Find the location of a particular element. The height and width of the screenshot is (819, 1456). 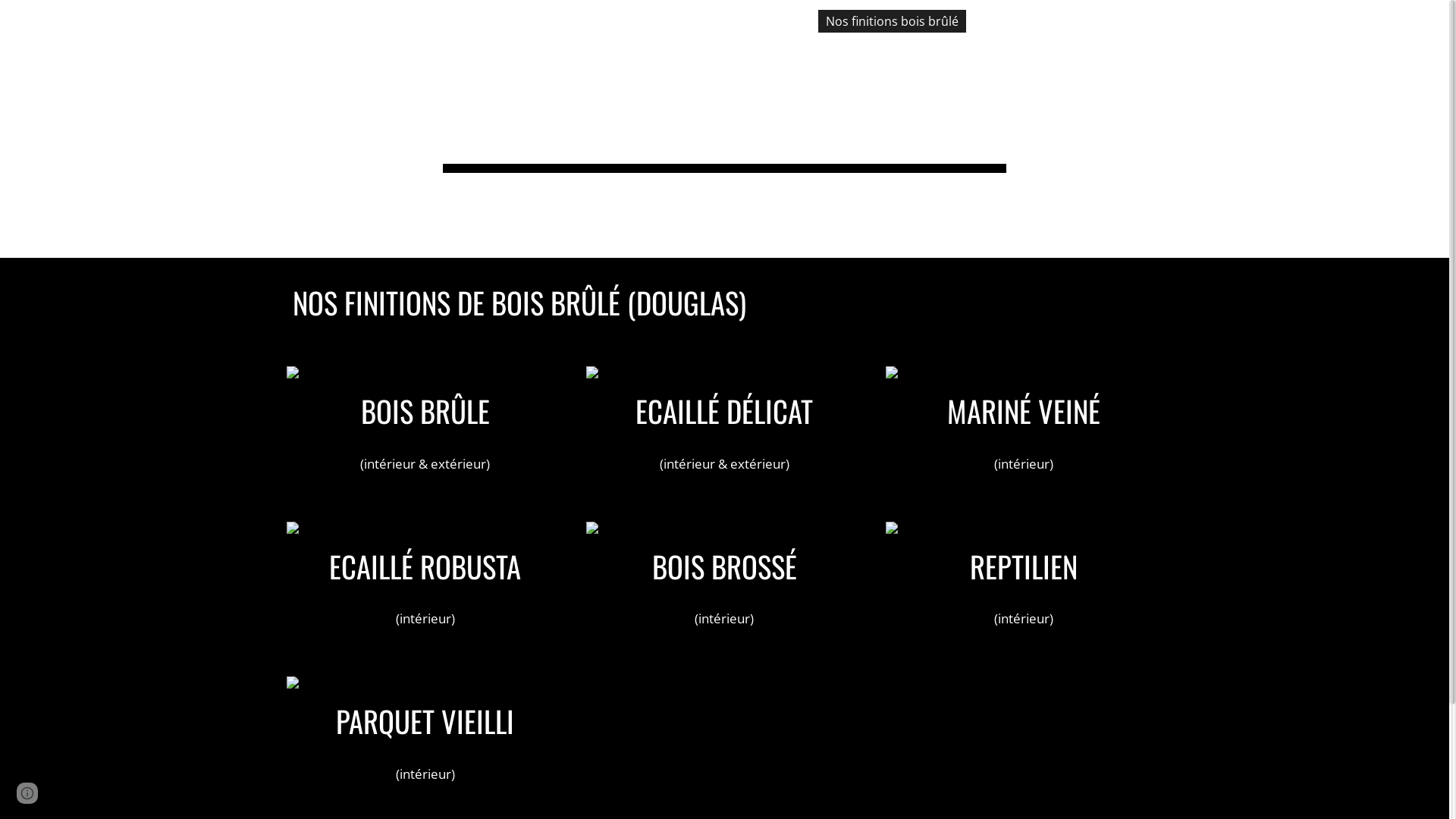

'Accueil' is located at coordinates (752, 20).